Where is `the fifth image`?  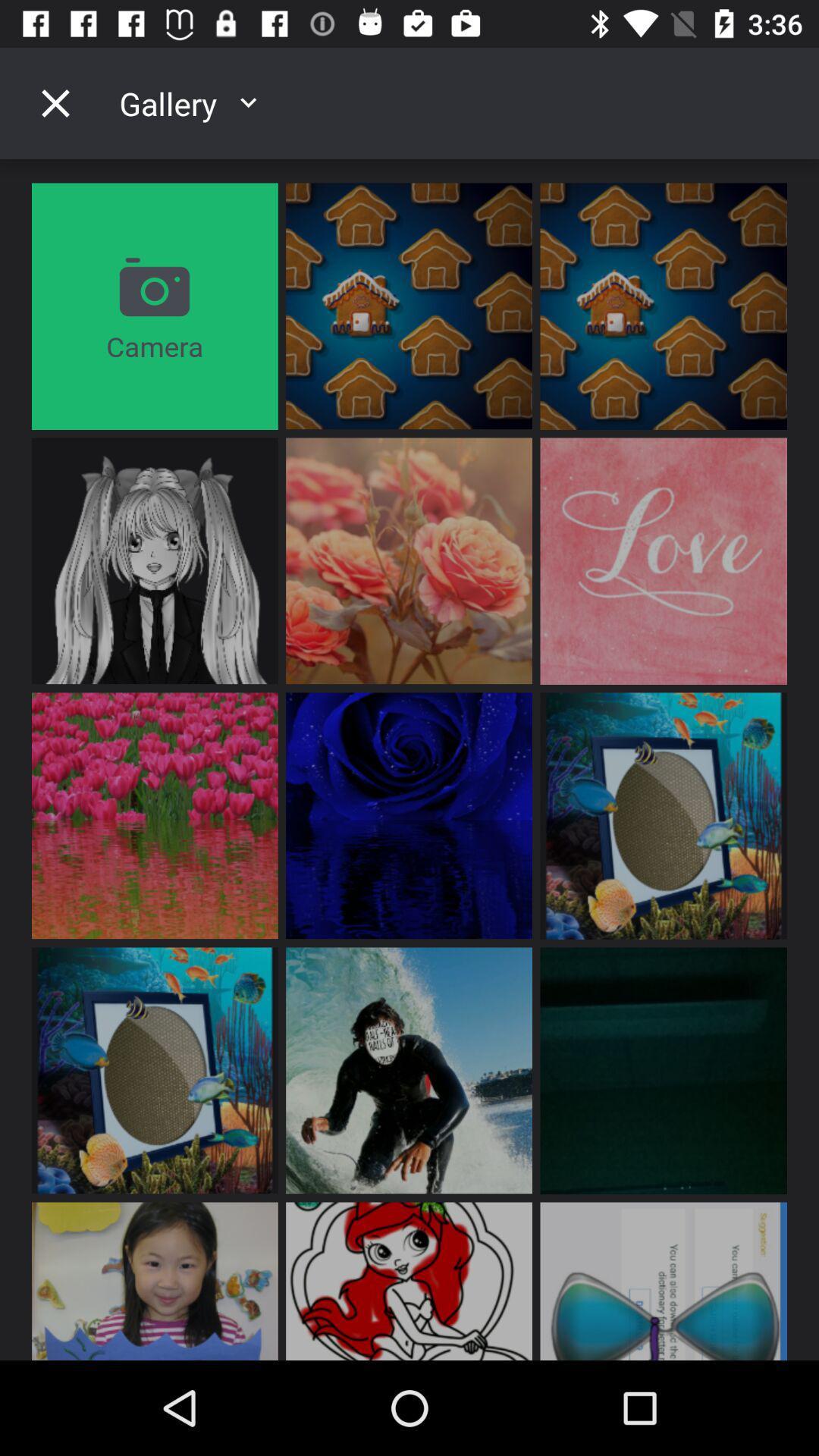 the fifth image is located at coordinates (408, 560).